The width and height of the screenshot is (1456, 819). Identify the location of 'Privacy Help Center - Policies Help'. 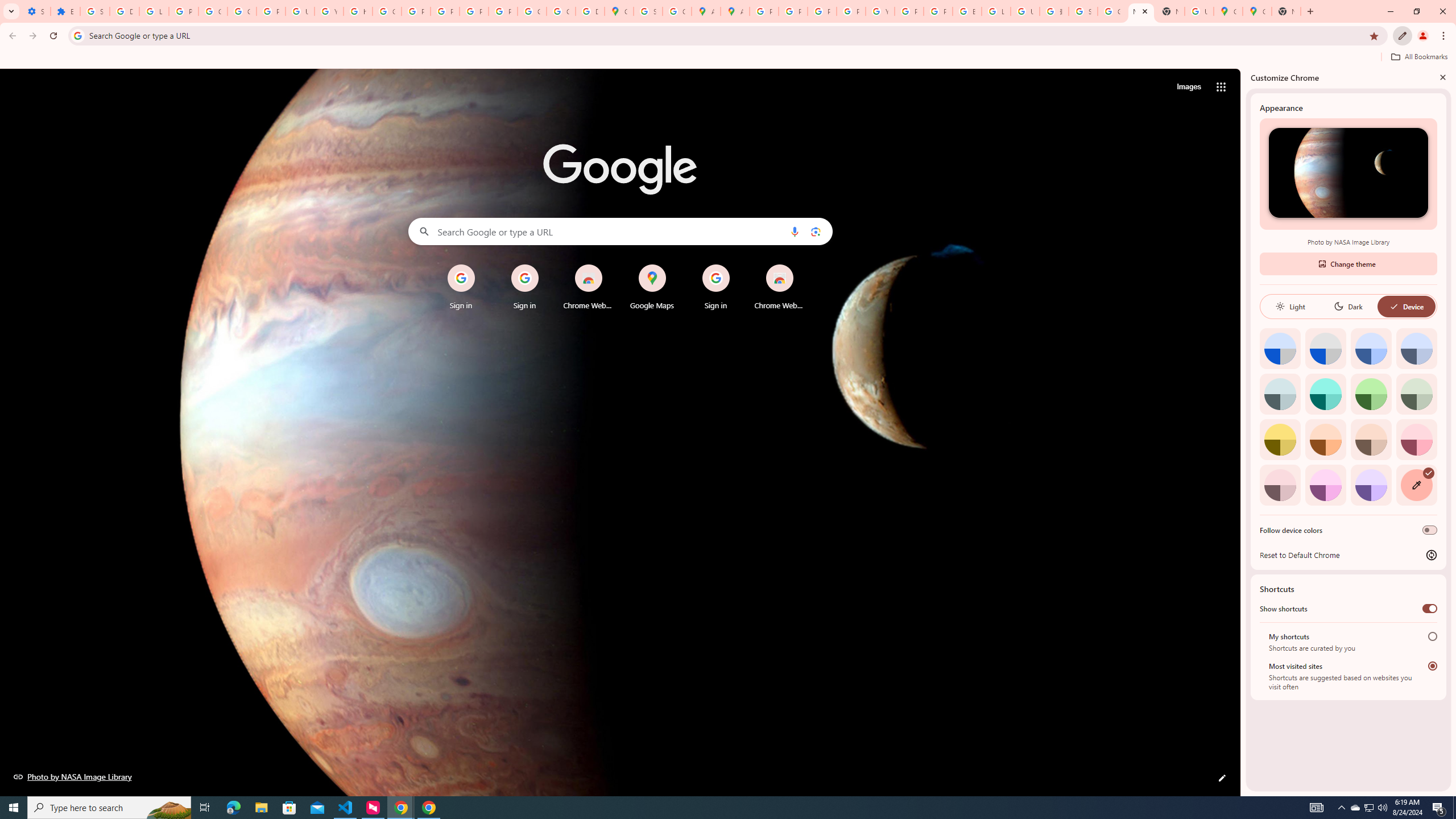
(792, 11).